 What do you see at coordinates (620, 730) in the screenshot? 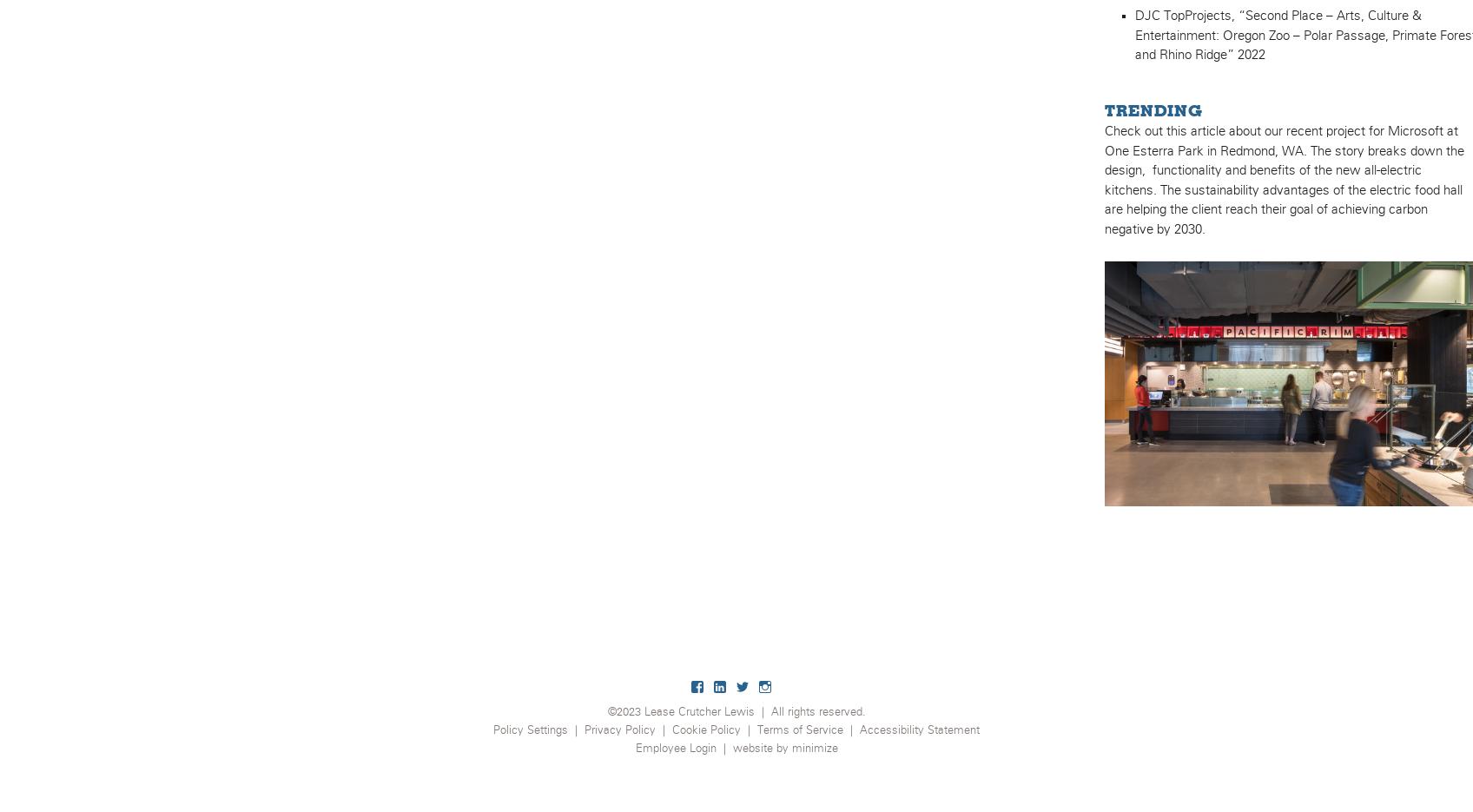
I see `'Privacy Policy'` at bounding box center [620, 730].